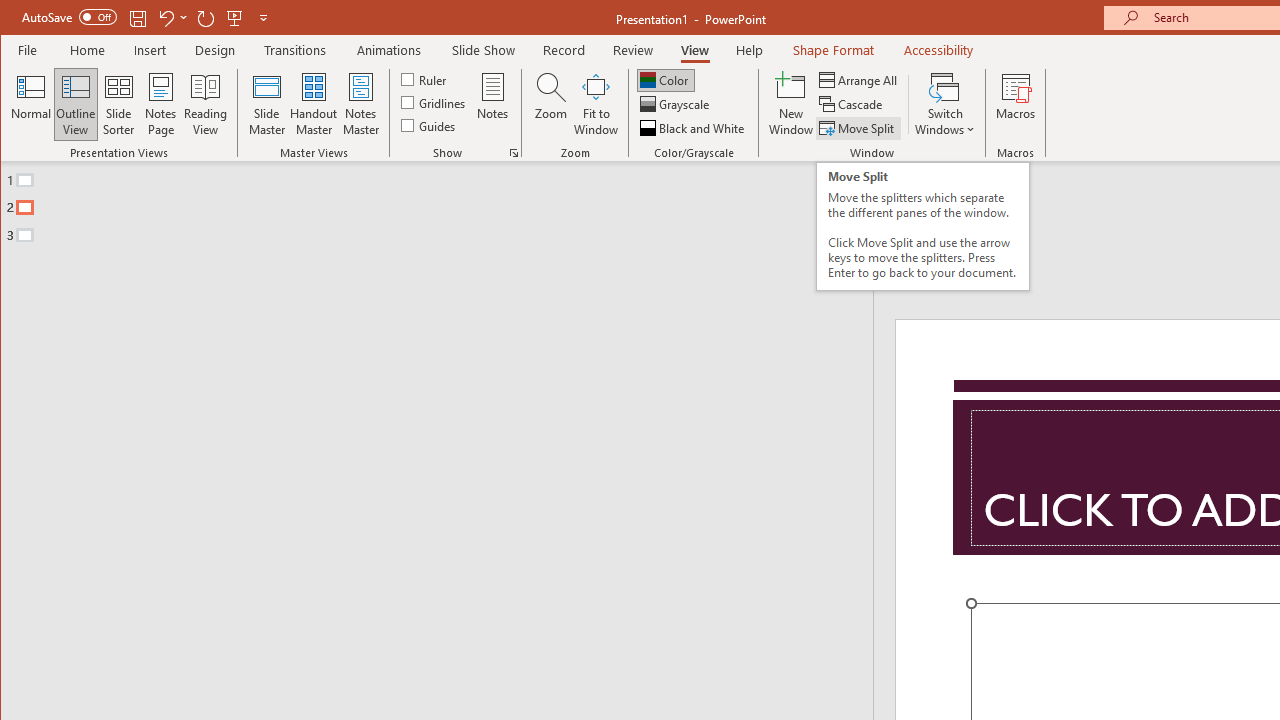  What do you see at coordinates (424, 78) in the screenshot?
I see `'Ruler'` at bounding box center [424, 78].